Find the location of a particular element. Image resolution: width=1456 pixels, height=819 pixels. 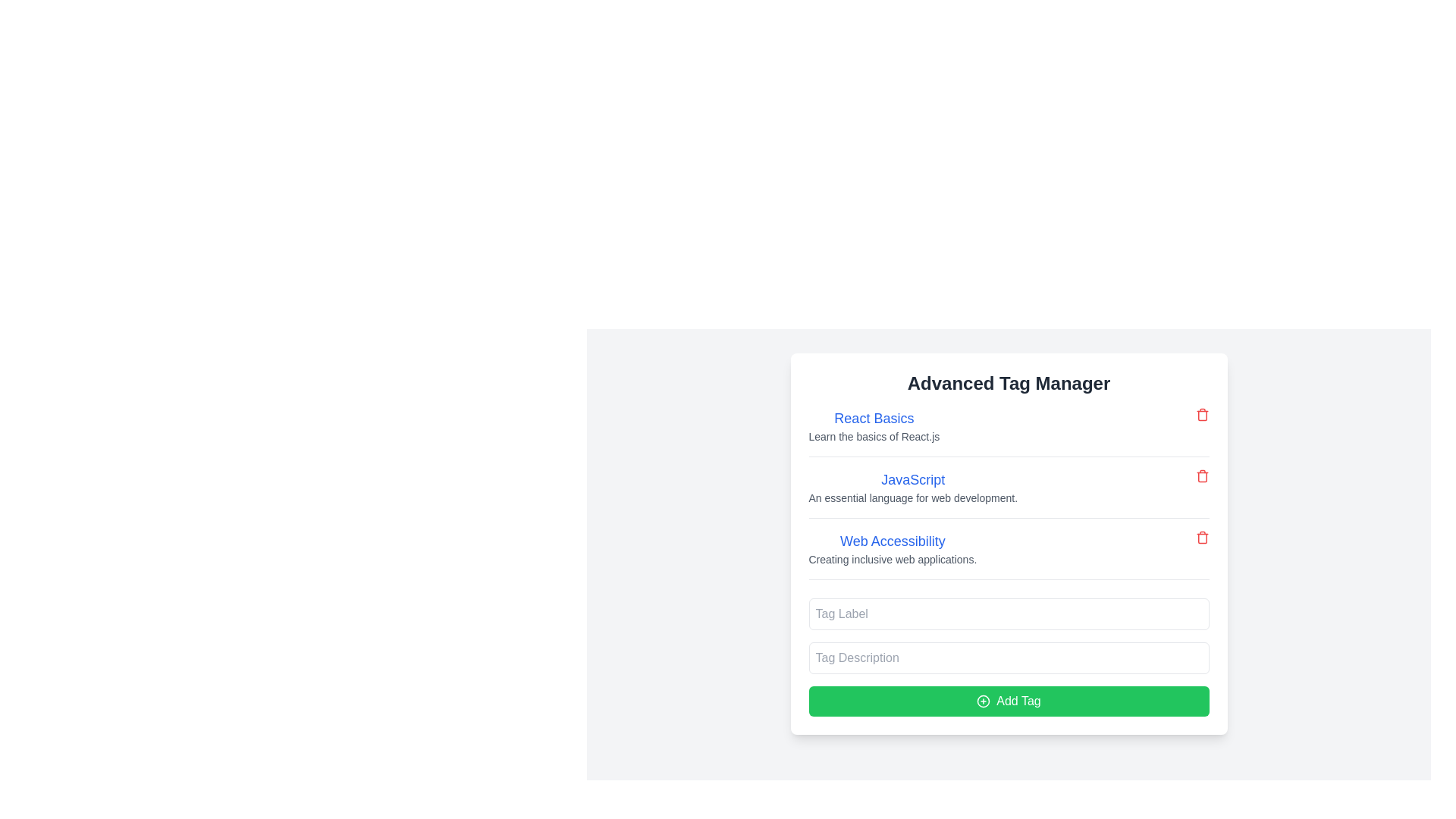

the static text block containing a title and description related to a React learning resource, positioned above 'JavaScript' in the list is located at coordinates (874, 426).